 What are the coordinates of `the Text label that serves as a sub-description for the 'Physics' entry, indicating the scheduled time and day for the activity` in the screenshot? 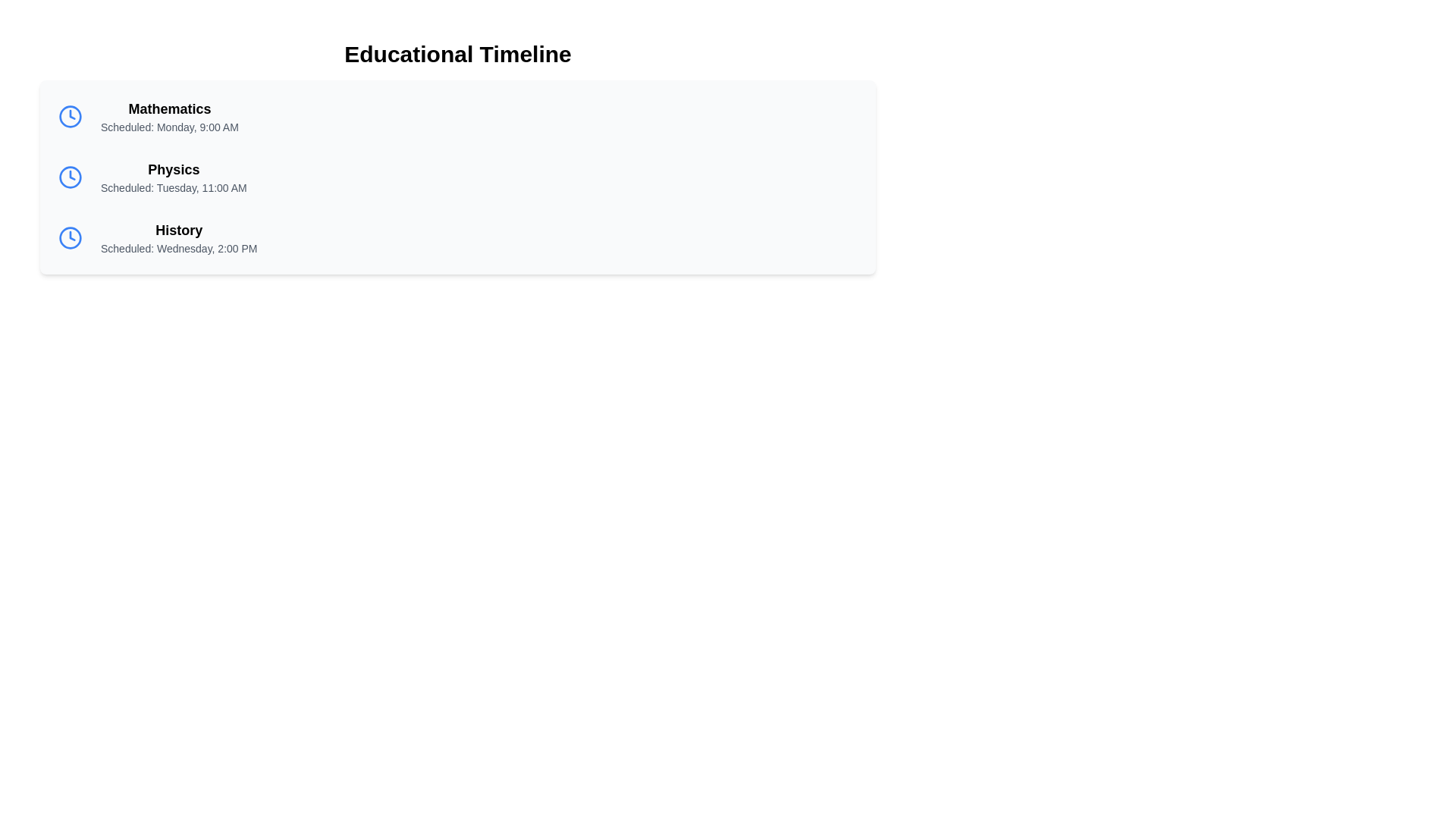 It's located at (174, 187).